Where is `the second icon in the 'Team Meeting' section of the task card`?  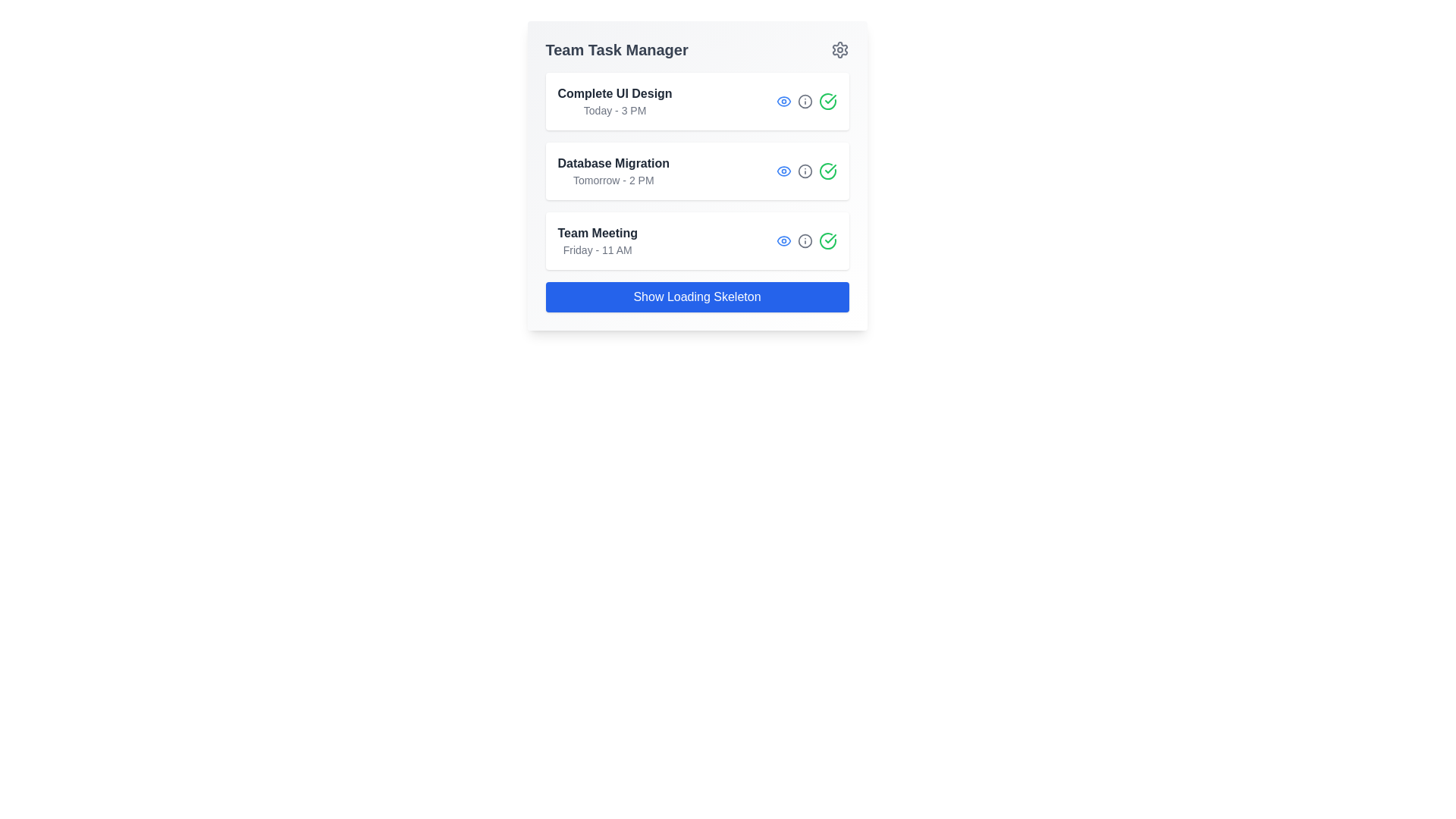 the second icon in the 'Team Meeting' section of the task card is located at coordinates (805, 240).